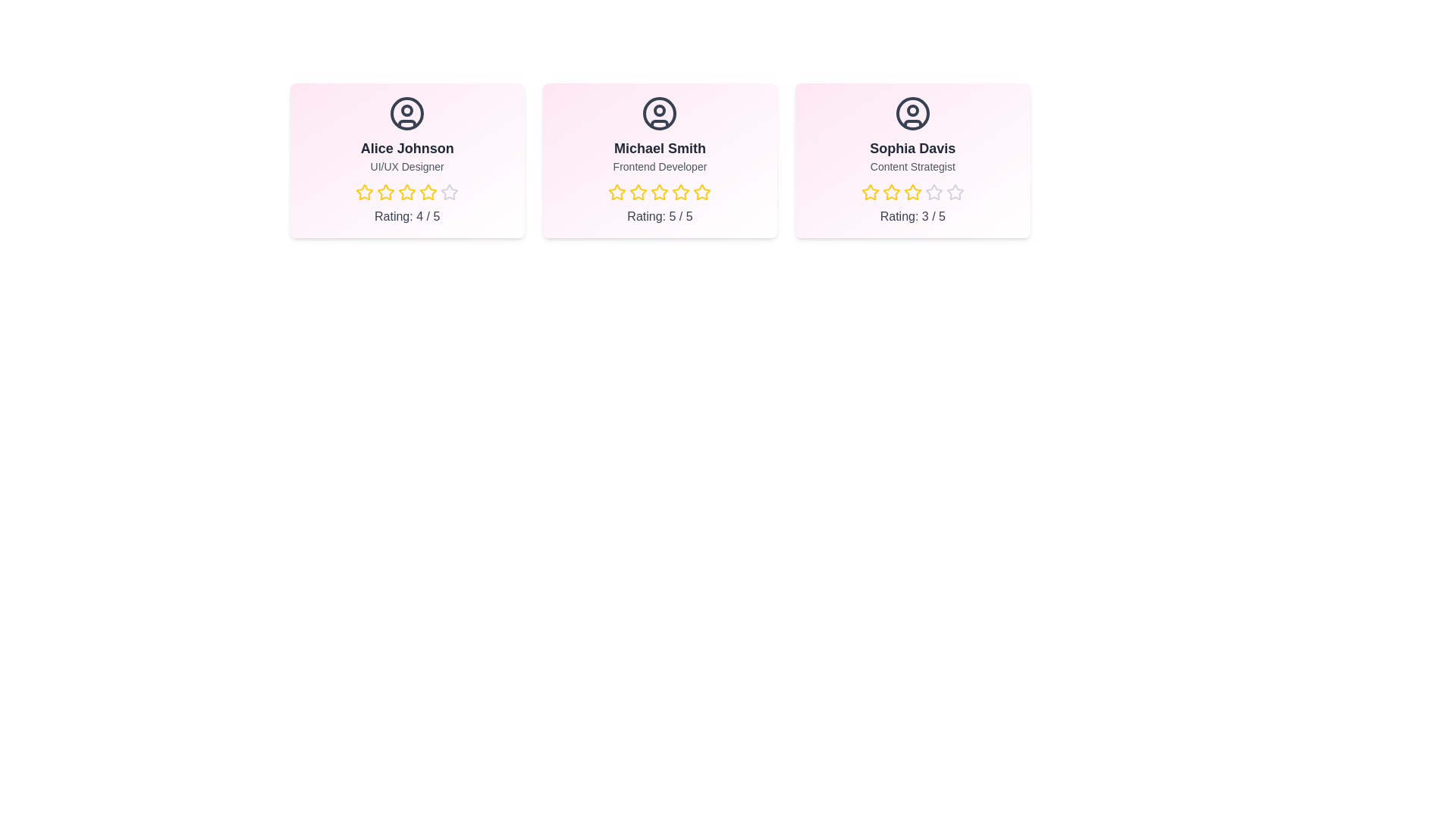  What do you see at coordinates (933, 192) in the screenshot?
I see `the star corresponding to 4 stars for the team member Sophia Davis` at bounding box center [933, 192].